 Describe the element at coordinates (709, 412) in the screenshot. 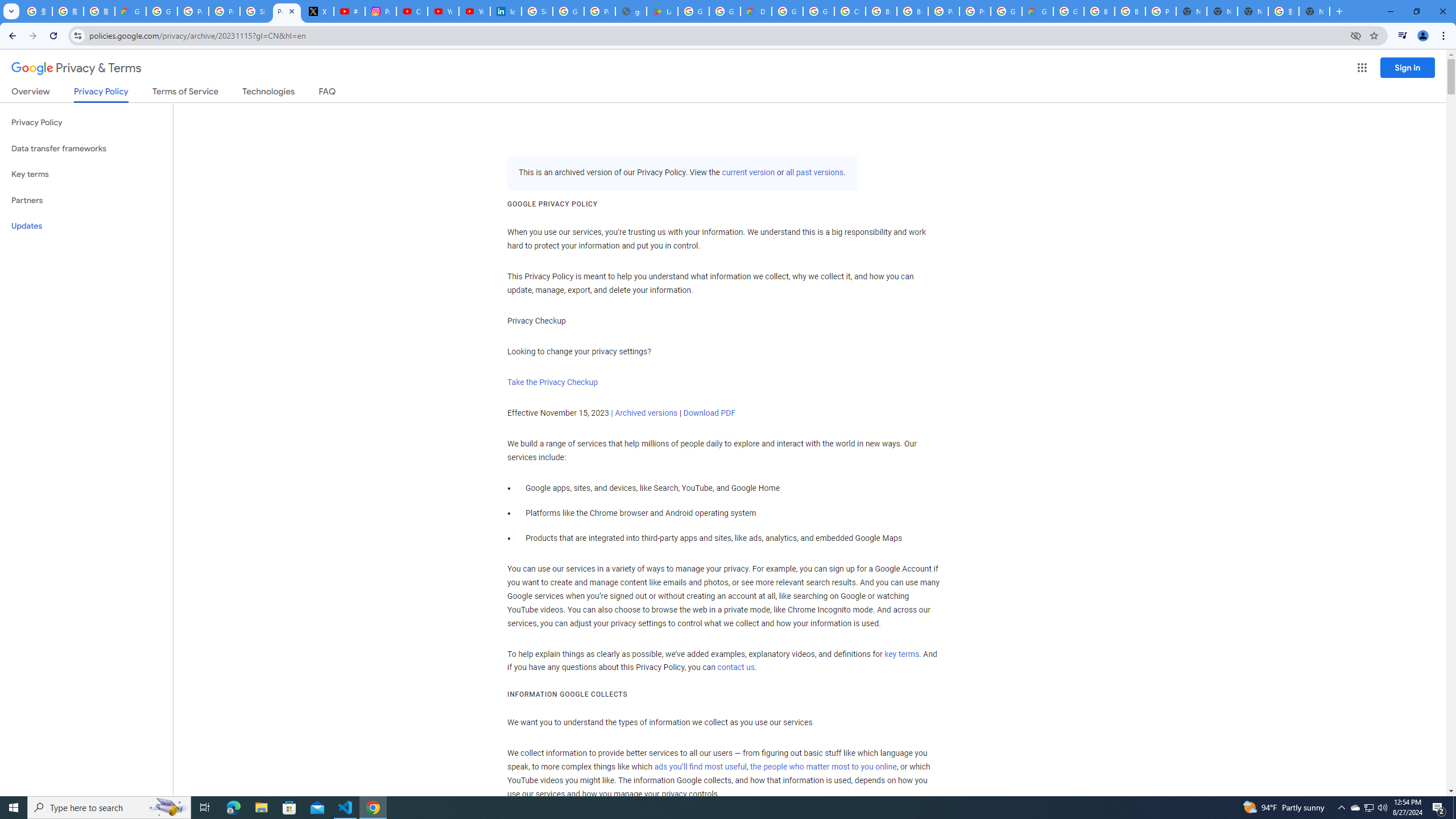

I see `'Download PDF'` at that location.